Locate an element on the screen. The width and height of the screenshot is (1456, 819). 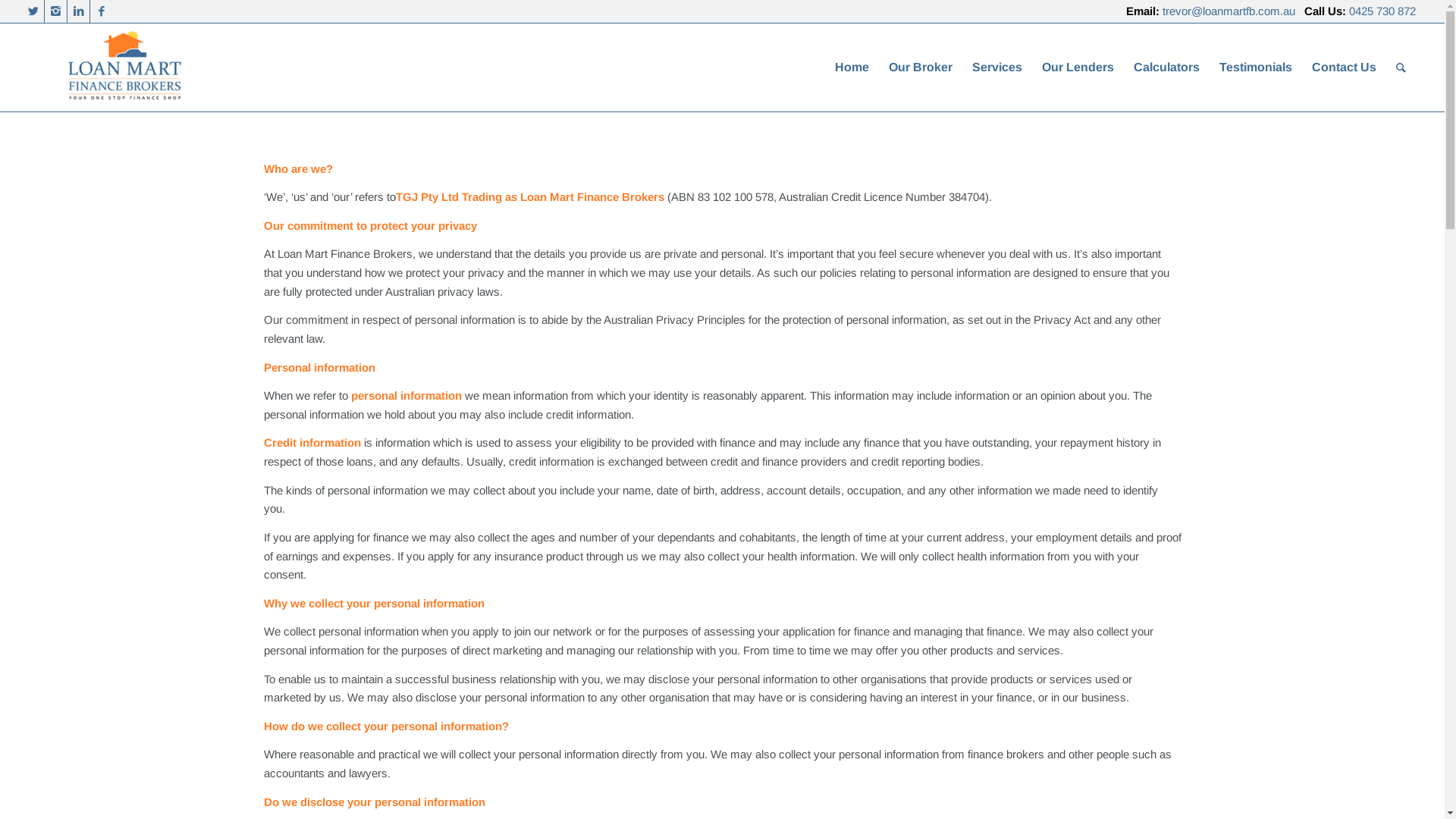
'Testimonials' is located at coordinates (1256, 66).